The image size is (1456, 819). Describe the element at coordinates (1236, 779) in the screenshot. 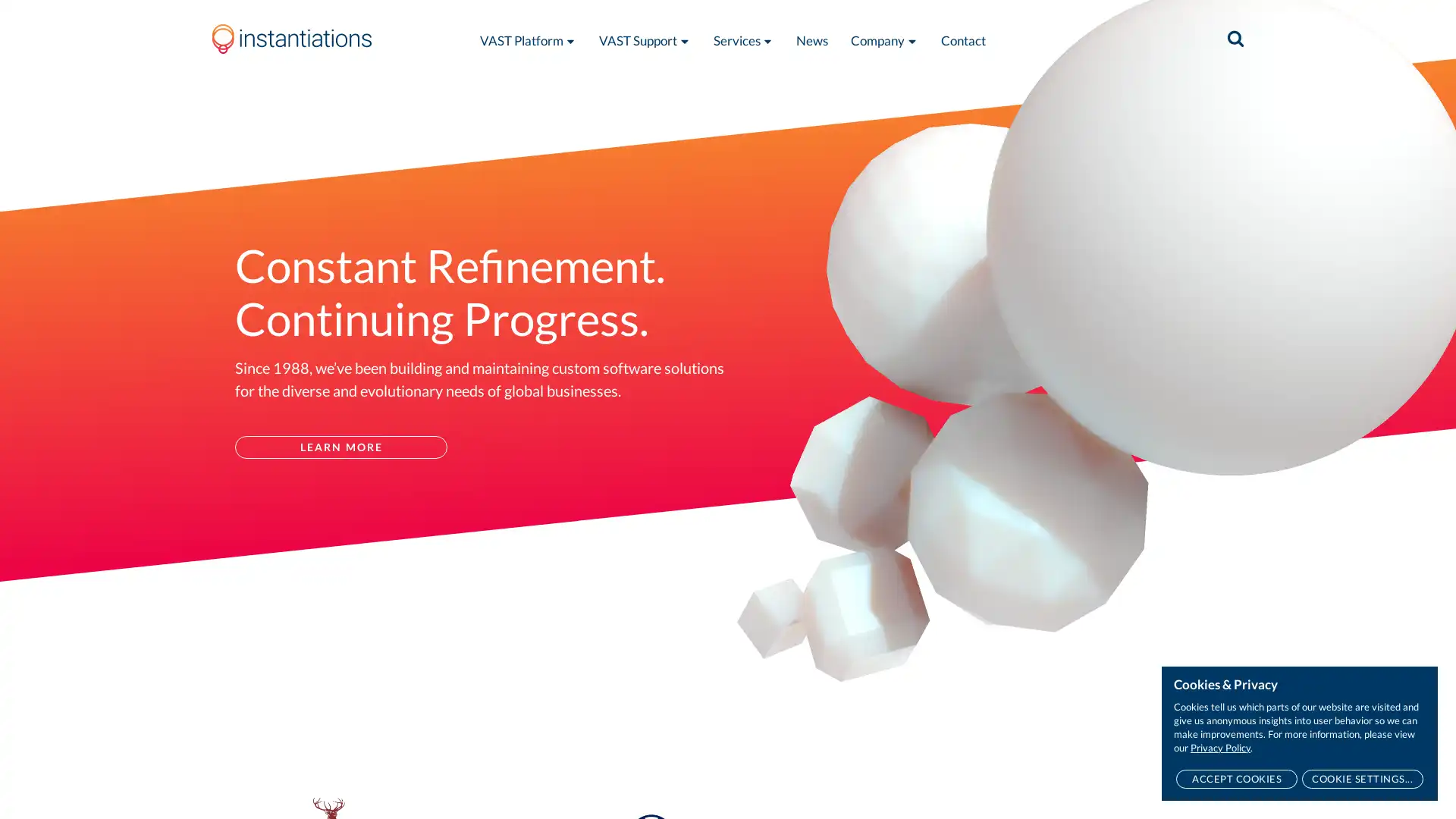

I see `ACCEPT COOKIES` at that location.